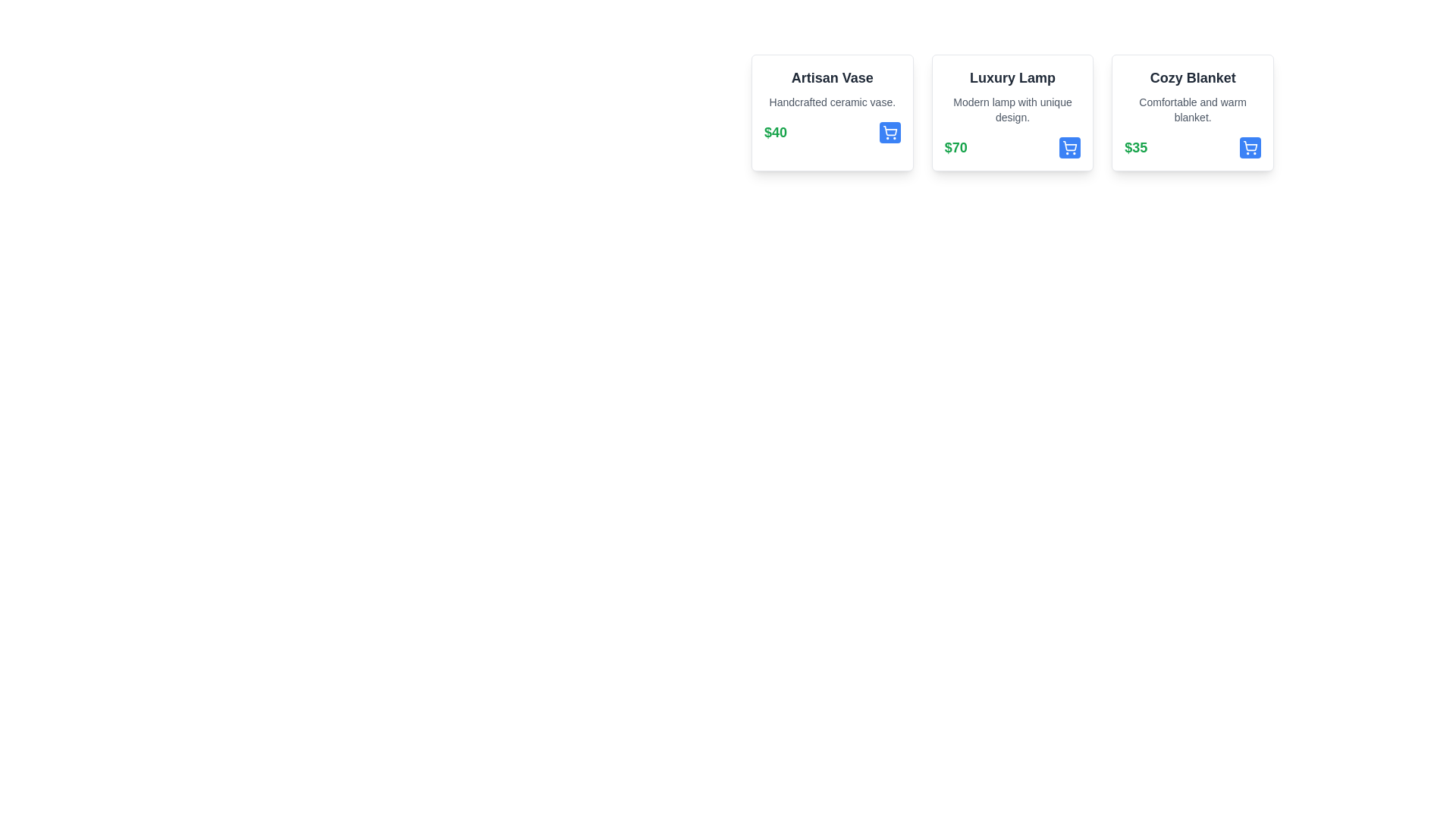 Image resolution: width=1456 pixels, height=819 pixels. I want to click on the shopping cart button with a blue background and white icon, located next to the '$35' price label in the card labeled 'Cozy Blanket', so click(1250, 148).